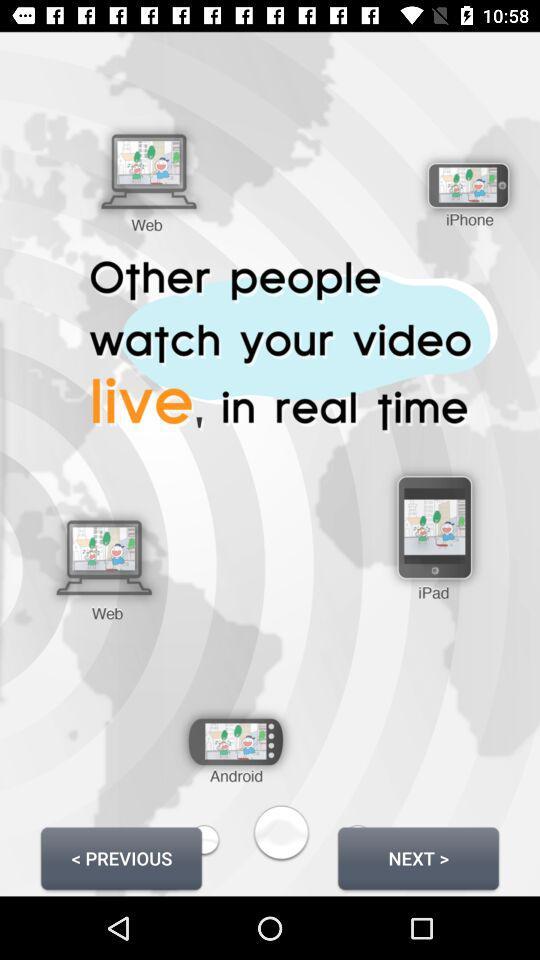 Image resolution: width=540 pixels, height=960 pixels. Describe the element at coordinates (121, 857) in the screenshot. I see `the < previous icon` at that location.